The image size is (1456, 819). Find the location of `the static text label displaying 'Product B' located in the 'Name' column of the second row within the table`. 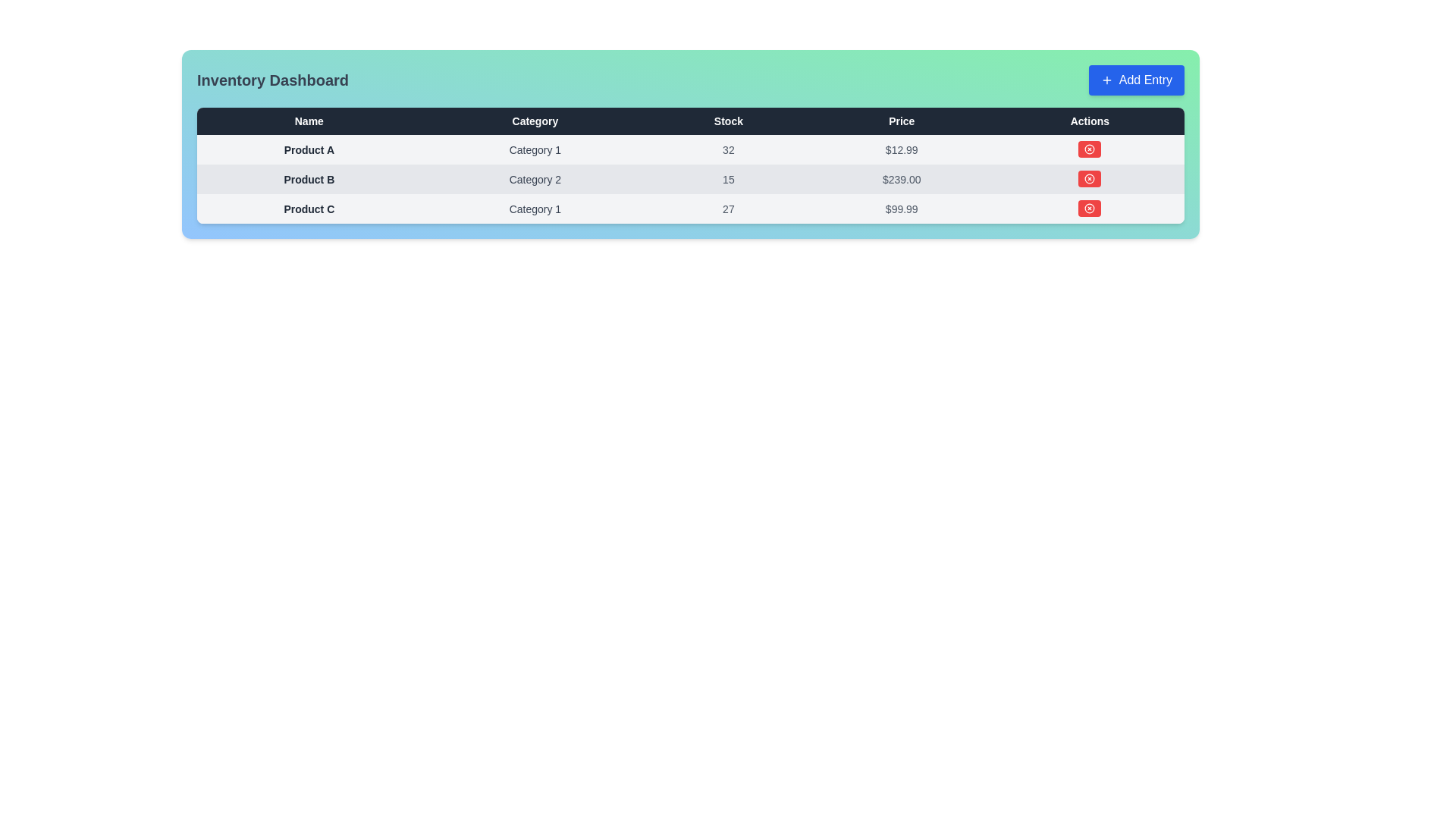

the static text label displaying 'Product B' located in the 'Name' column of the second row within the table is located at coordinates (308, 178).